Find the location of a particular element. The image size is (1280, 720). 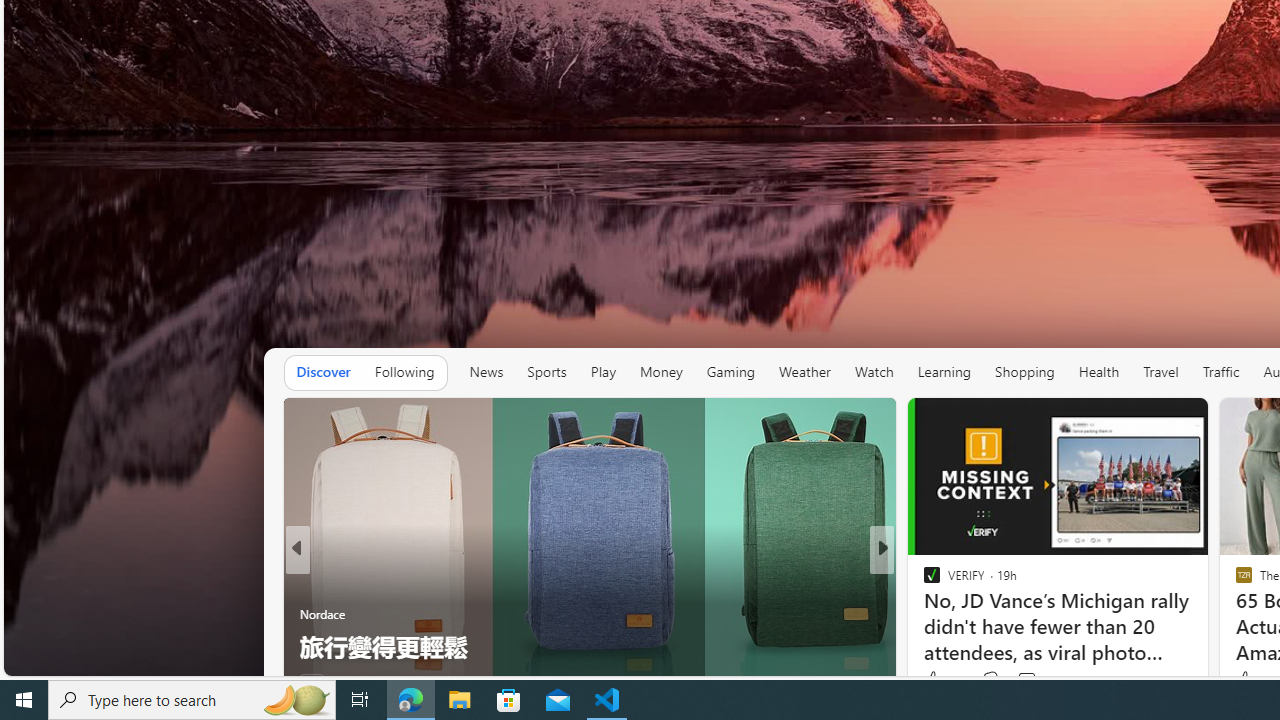

'Travel' is located at coordinates (1160, 372).